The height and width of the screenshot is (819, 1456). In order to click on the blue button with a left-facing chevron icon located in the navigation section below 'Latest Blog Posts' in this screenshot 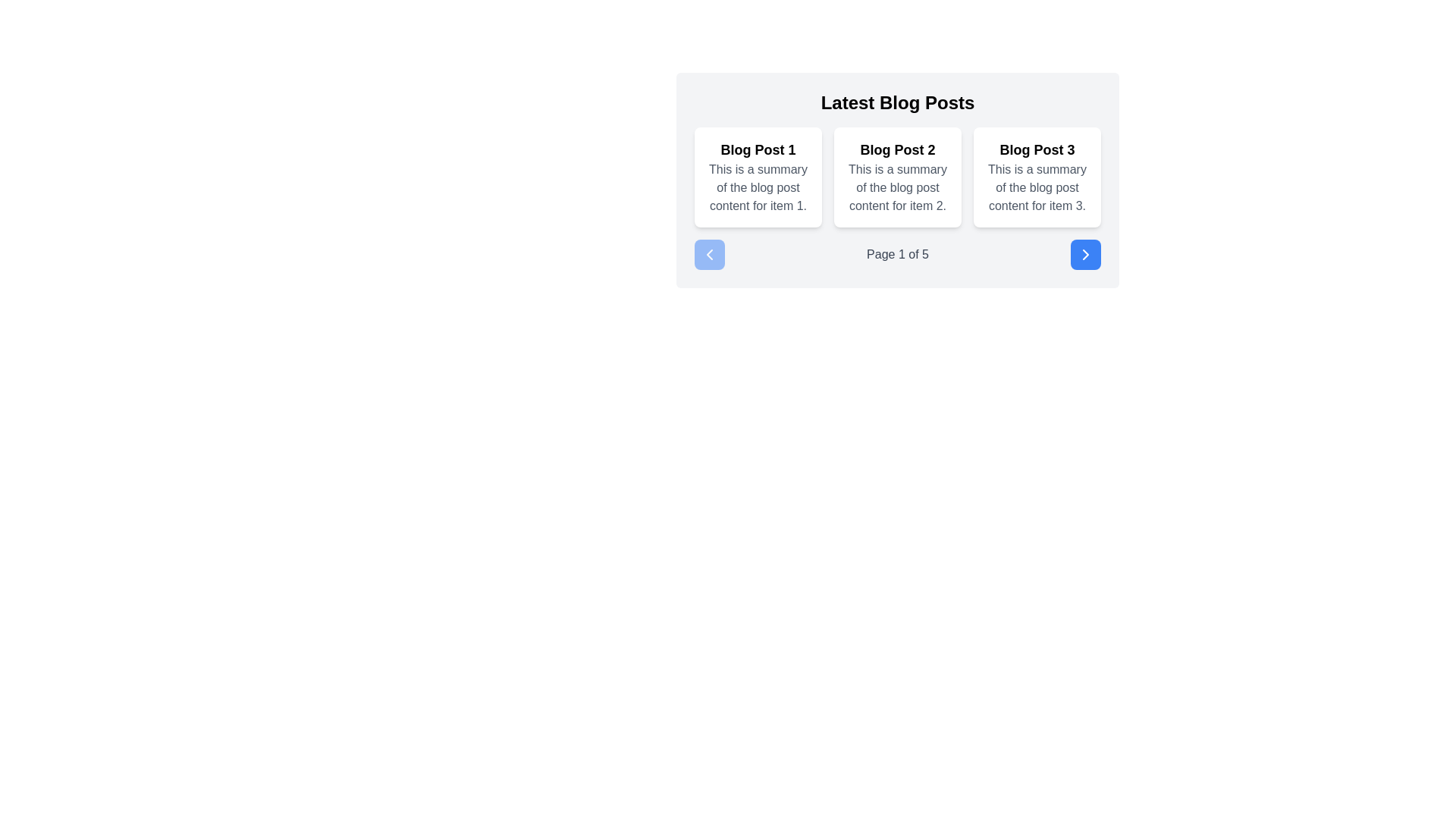, I will do `click(709, 253)`.